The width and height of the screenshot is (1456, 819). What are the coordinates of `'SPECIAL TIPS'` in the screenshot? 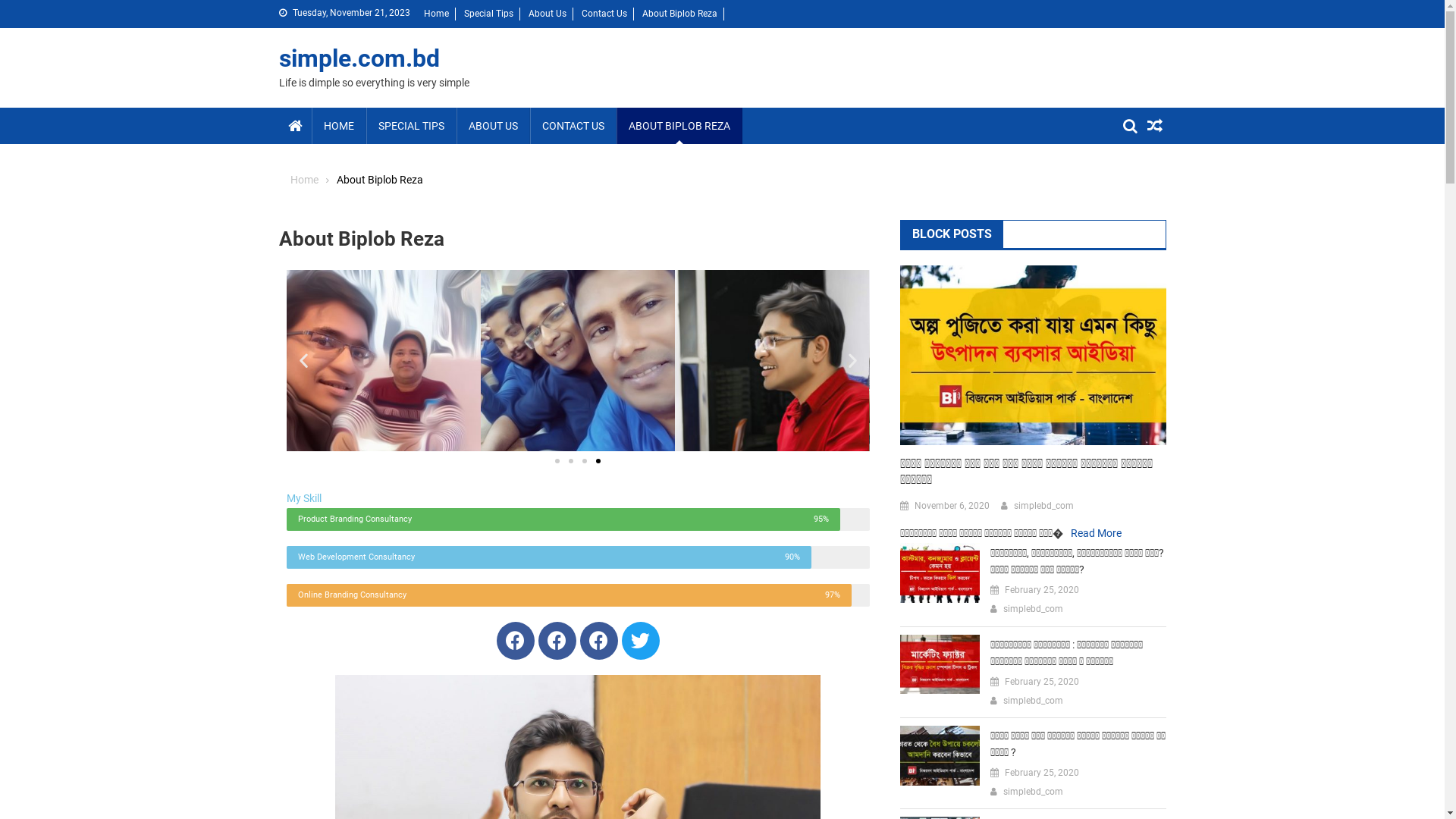 It's located at (410, 124).